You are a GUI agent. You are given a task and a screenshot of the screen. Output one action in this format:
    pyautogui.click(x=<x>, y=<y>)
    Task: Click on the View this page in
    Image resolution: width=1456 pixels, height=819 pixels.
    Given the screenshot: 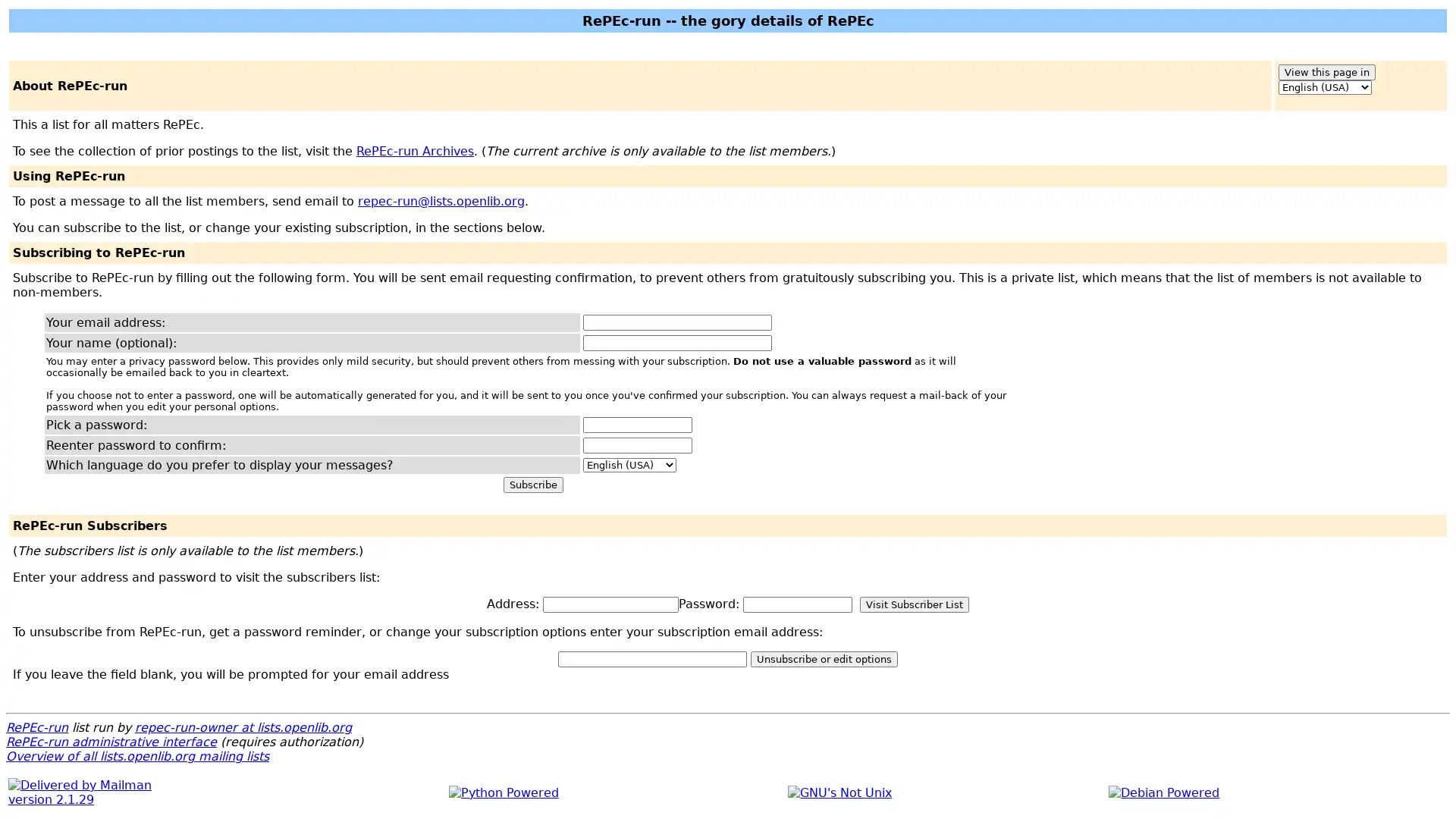 What is the action you would take?
    pyautogui.click(x=1326, y=72)
    